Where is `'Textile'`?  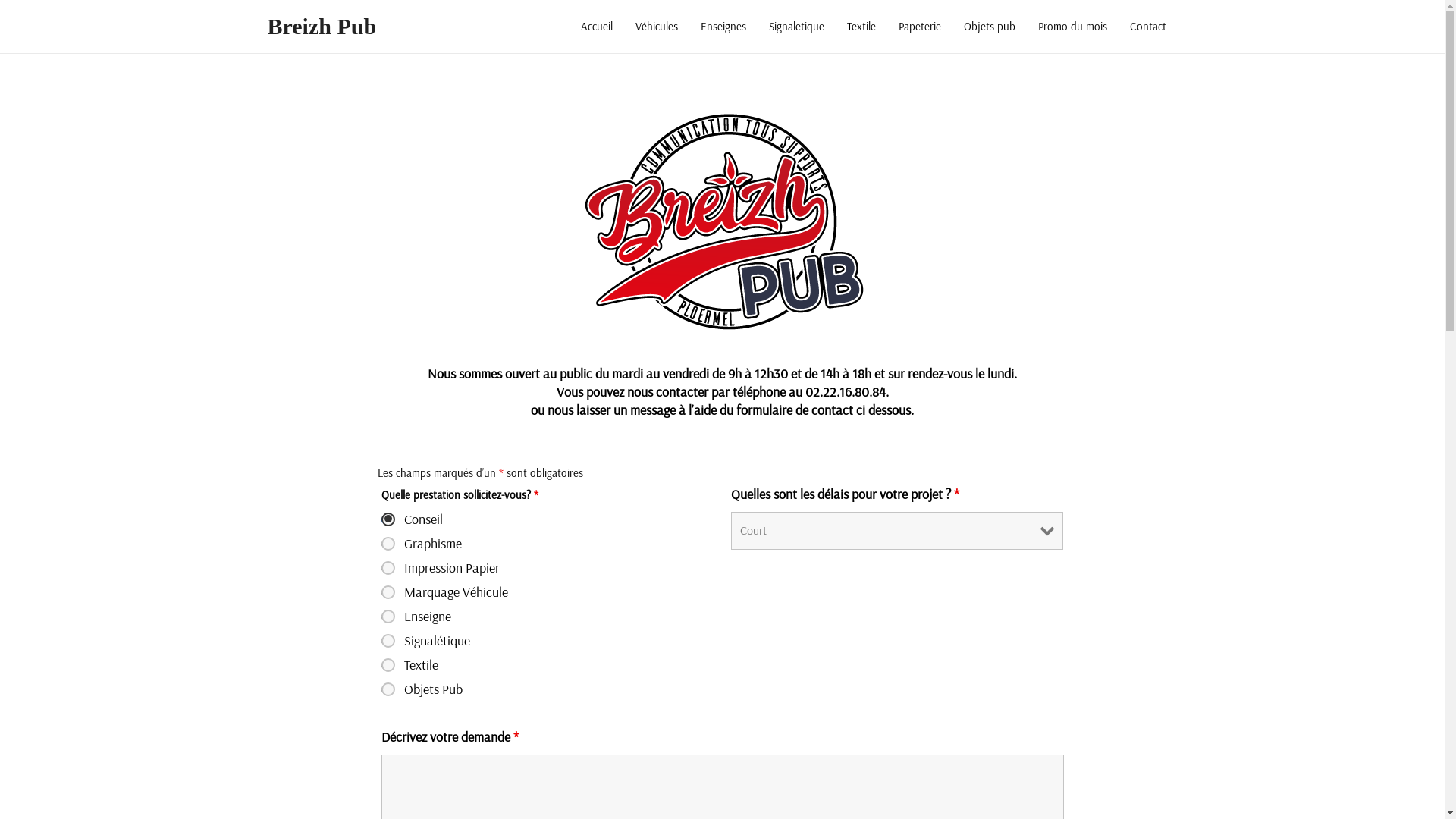
'Textile' is located at coordinates (861, 26).